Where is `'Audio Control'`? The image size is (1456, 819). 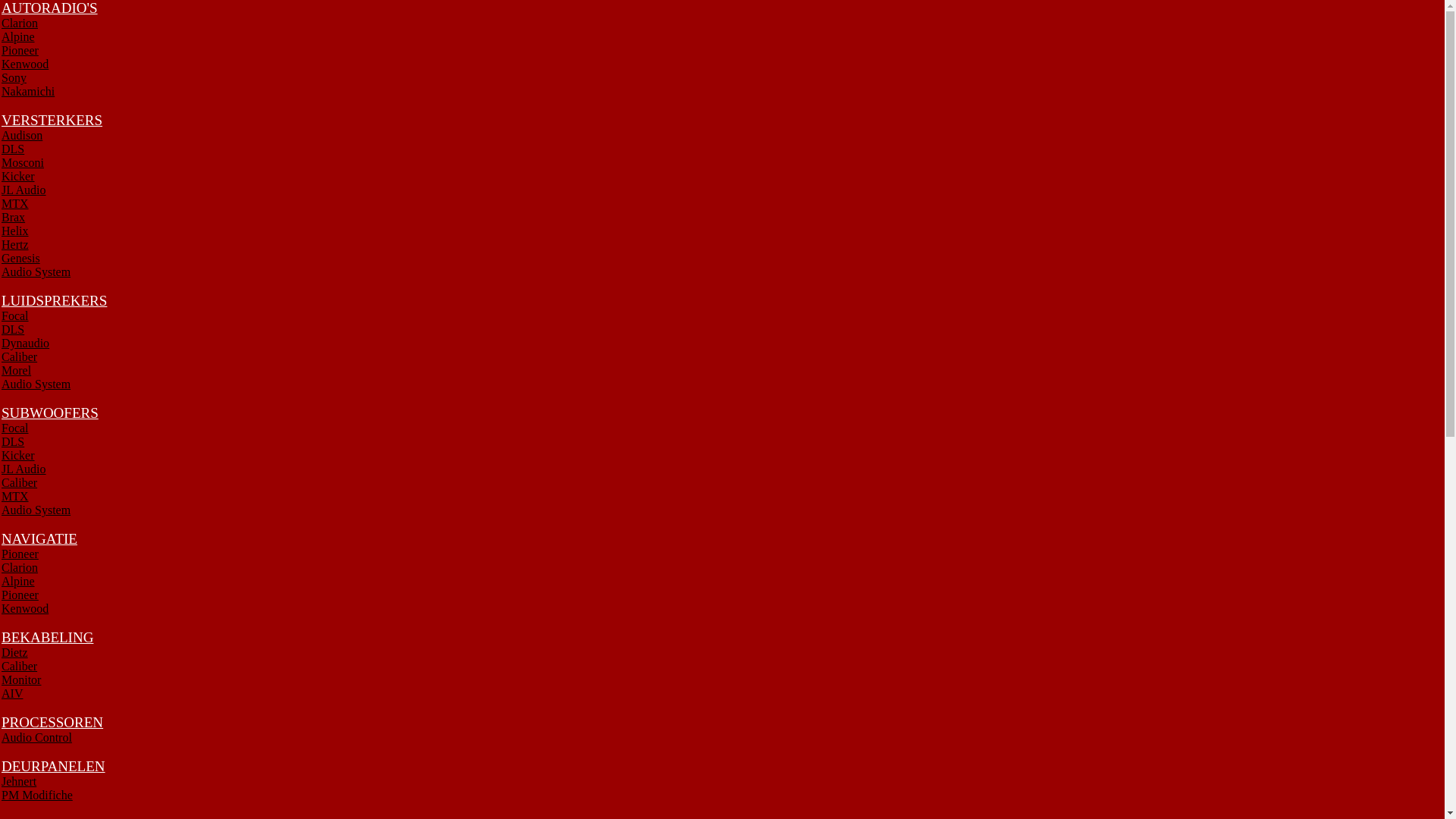 'Audio Control' is located at coordinates (36, 736).